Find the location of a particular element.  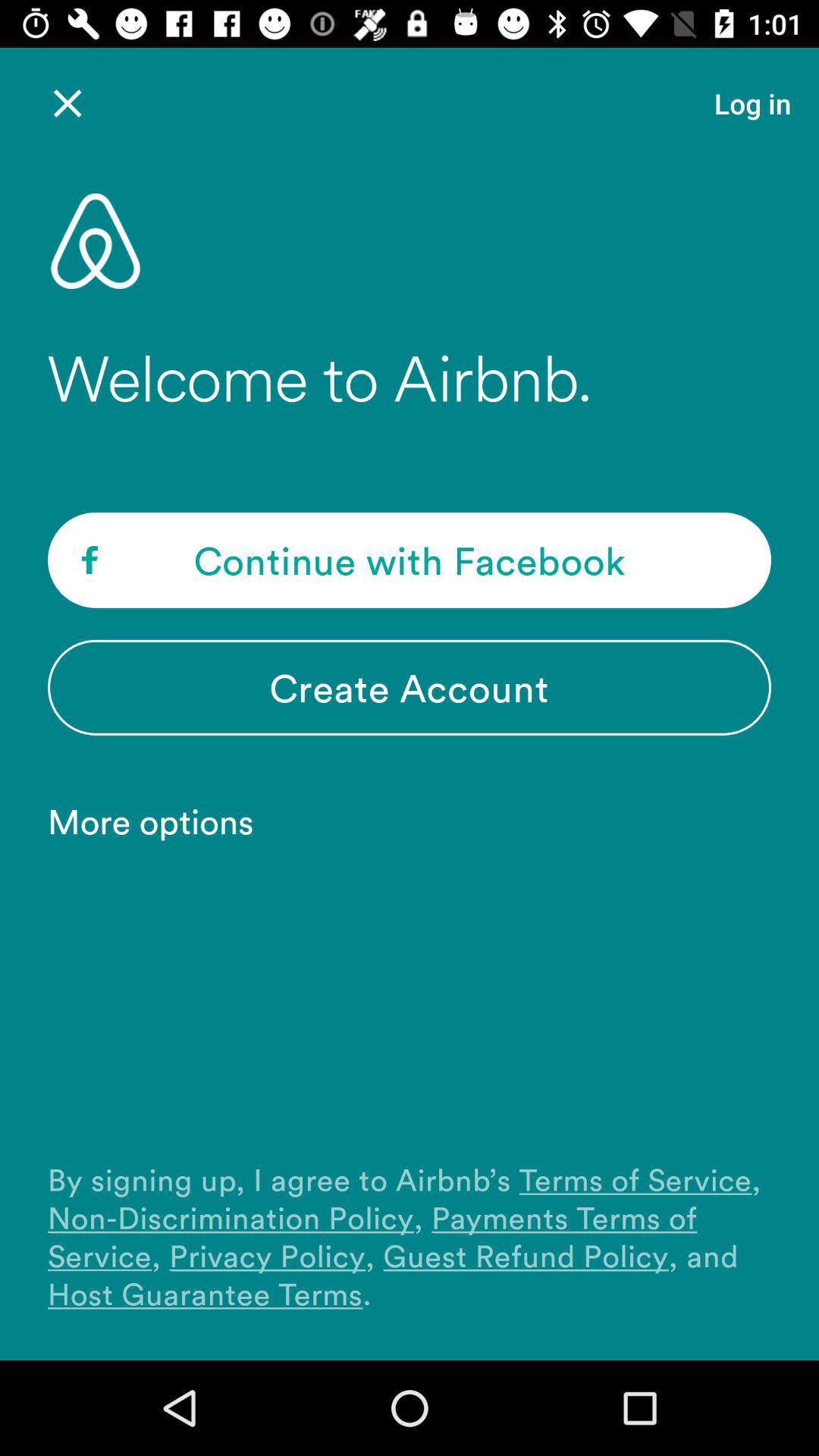

item above more options item is located at coordinates (409, 686).